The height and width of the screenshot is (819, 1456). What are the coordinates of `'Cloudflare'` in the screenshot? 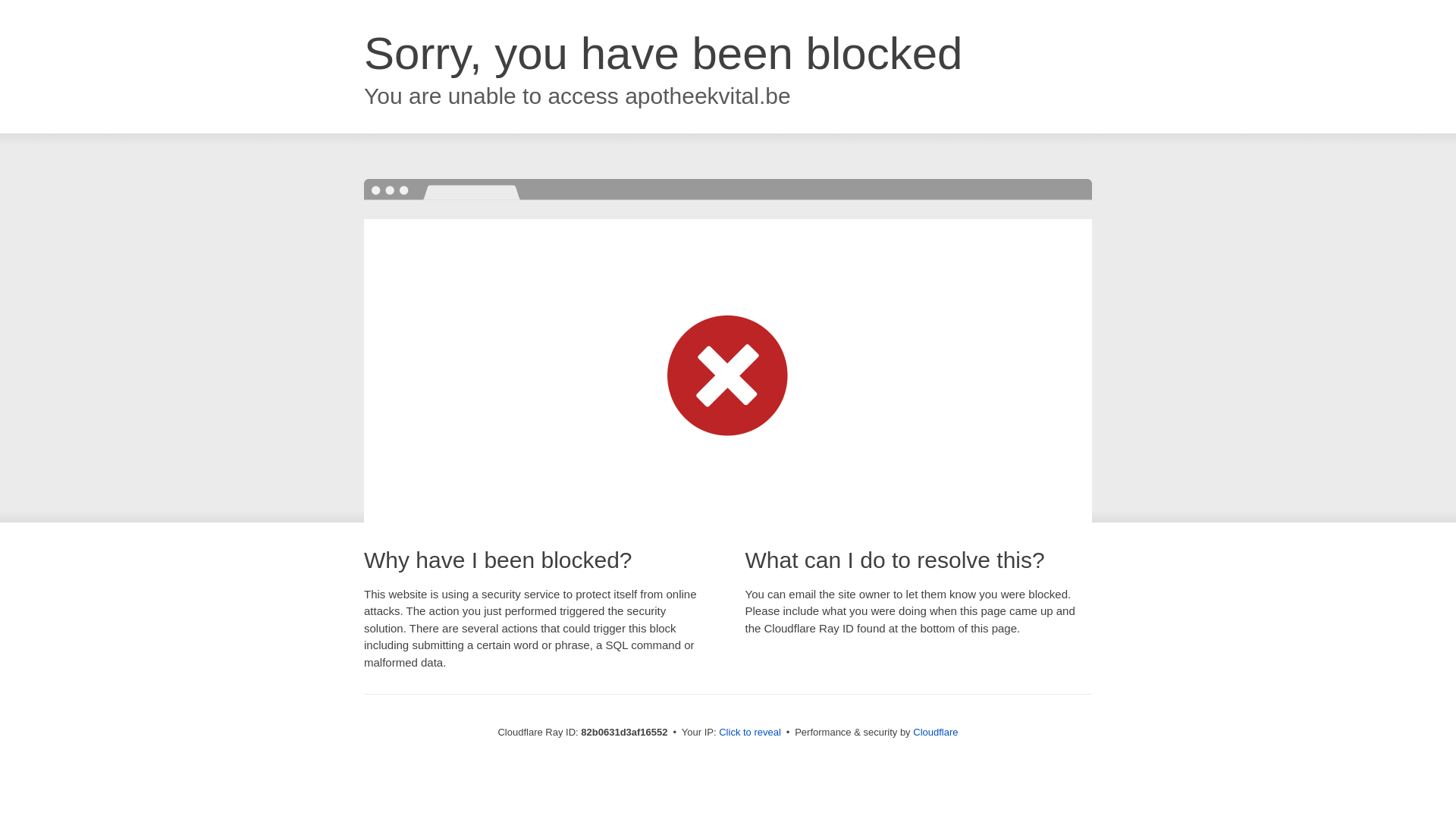 It's located at (934, 731).